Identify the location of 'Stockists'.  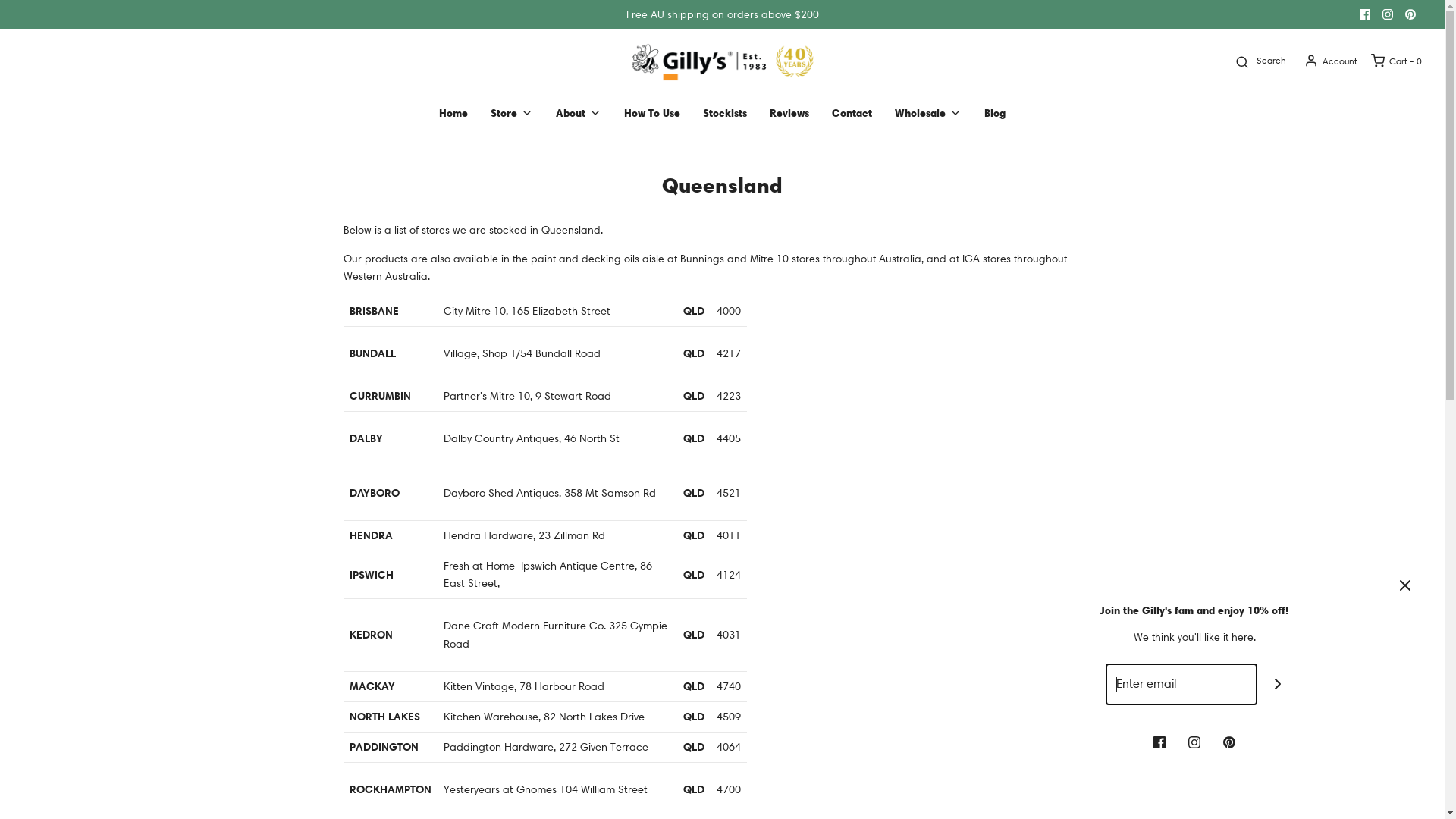
(723, 112).